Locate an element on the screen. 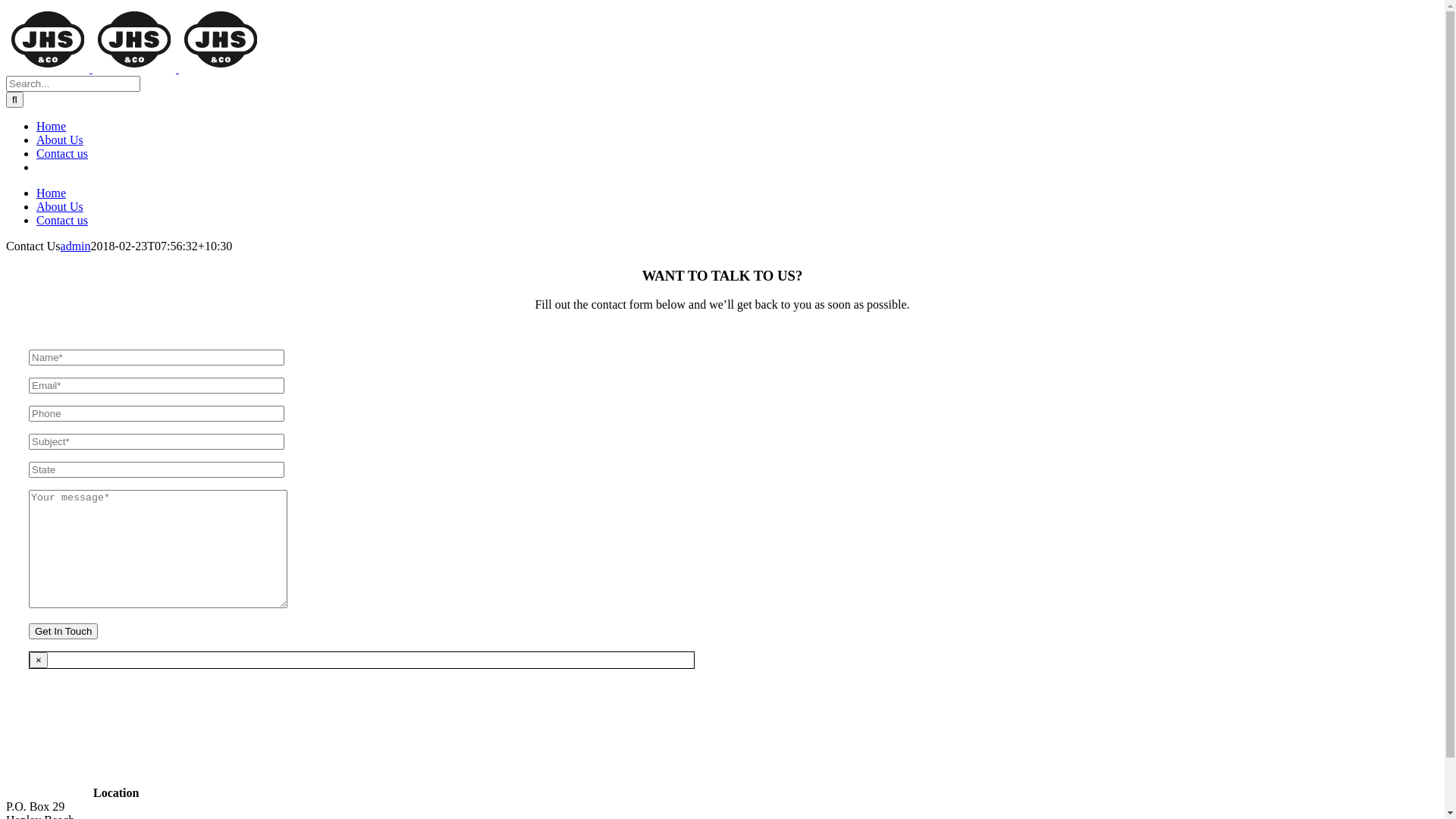 This screenshot has width=1456, height=819. 'admin' is located at coordinates (75, 245).